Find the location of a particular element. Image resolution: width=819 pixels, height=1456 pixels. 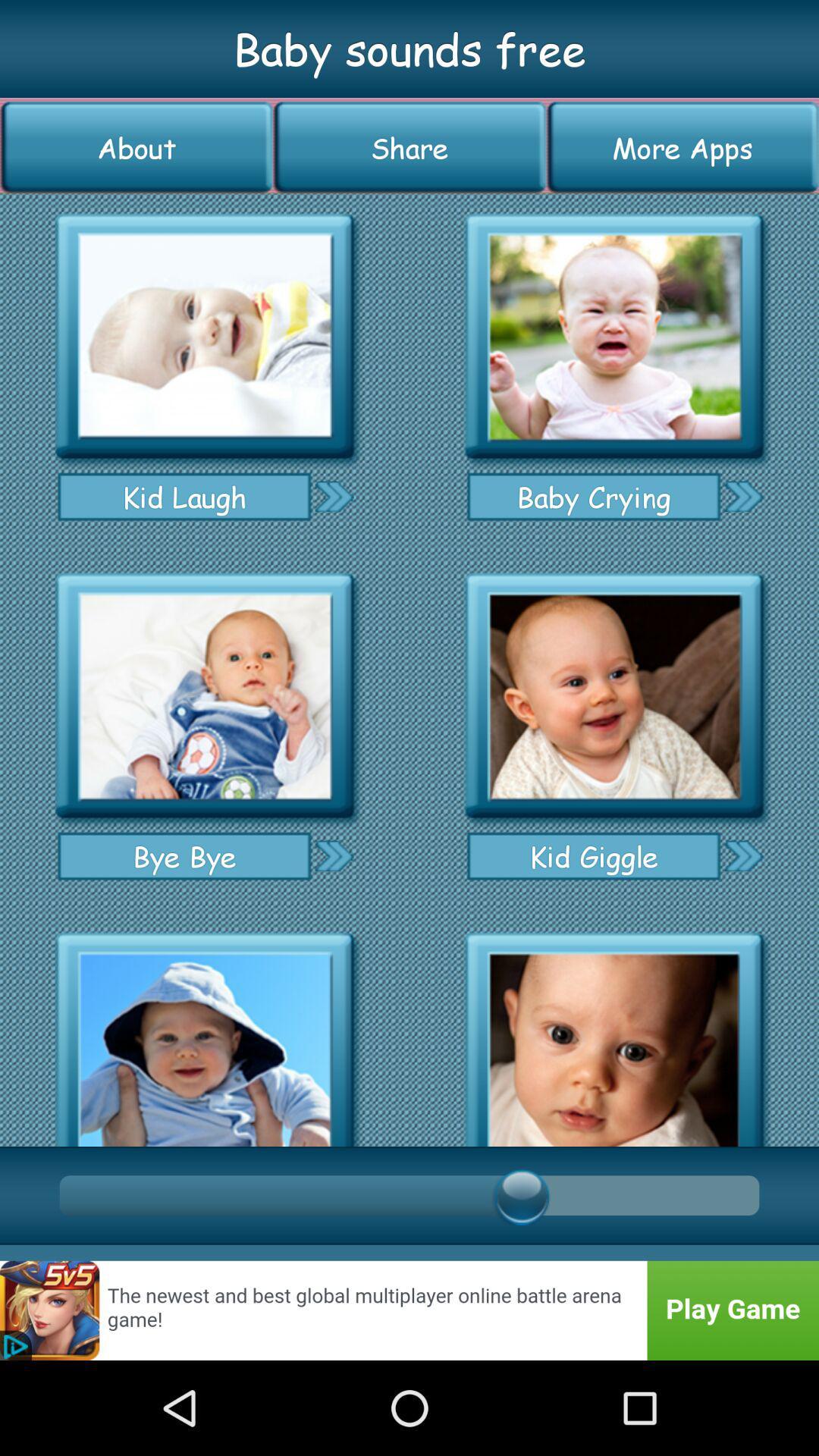

forward is located at coordinates (742, 496).